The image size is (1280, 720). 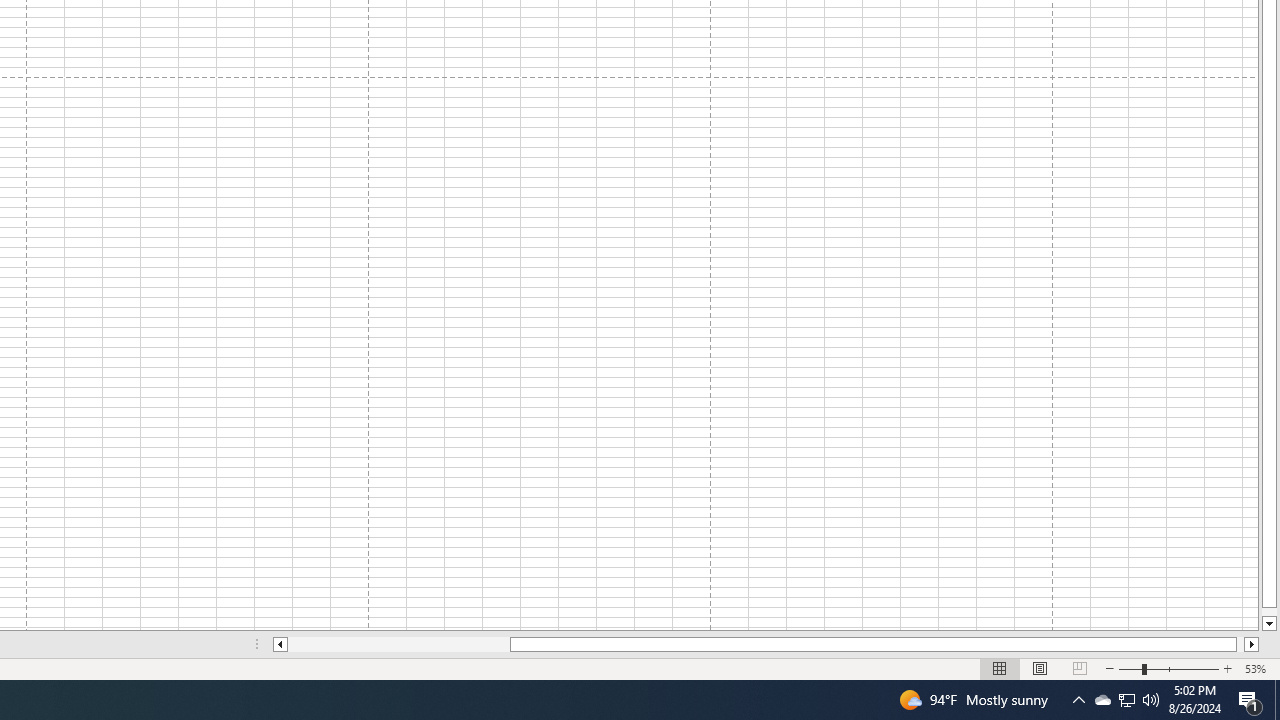 I want to click on 'Zoom In', so click(x=1226, y=669).